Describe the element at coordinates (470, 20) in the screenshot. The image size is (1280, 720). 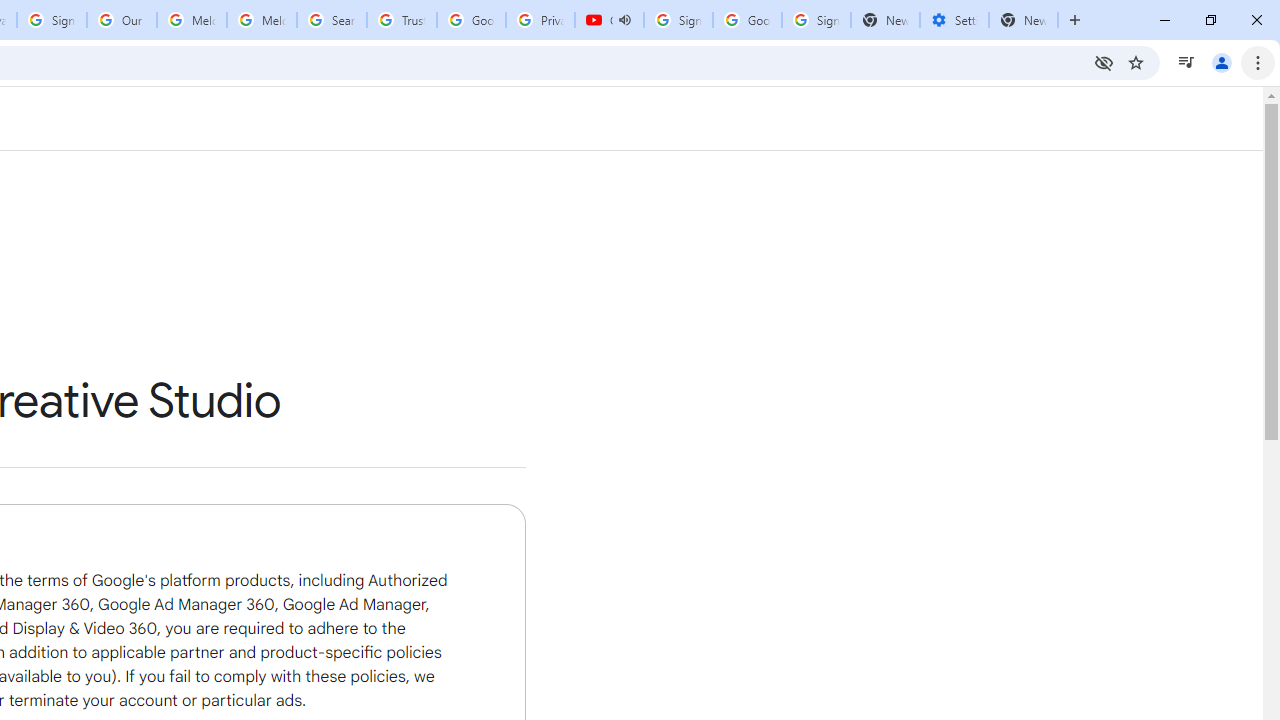
I see `'Google Ads - Sign in'` at that location.